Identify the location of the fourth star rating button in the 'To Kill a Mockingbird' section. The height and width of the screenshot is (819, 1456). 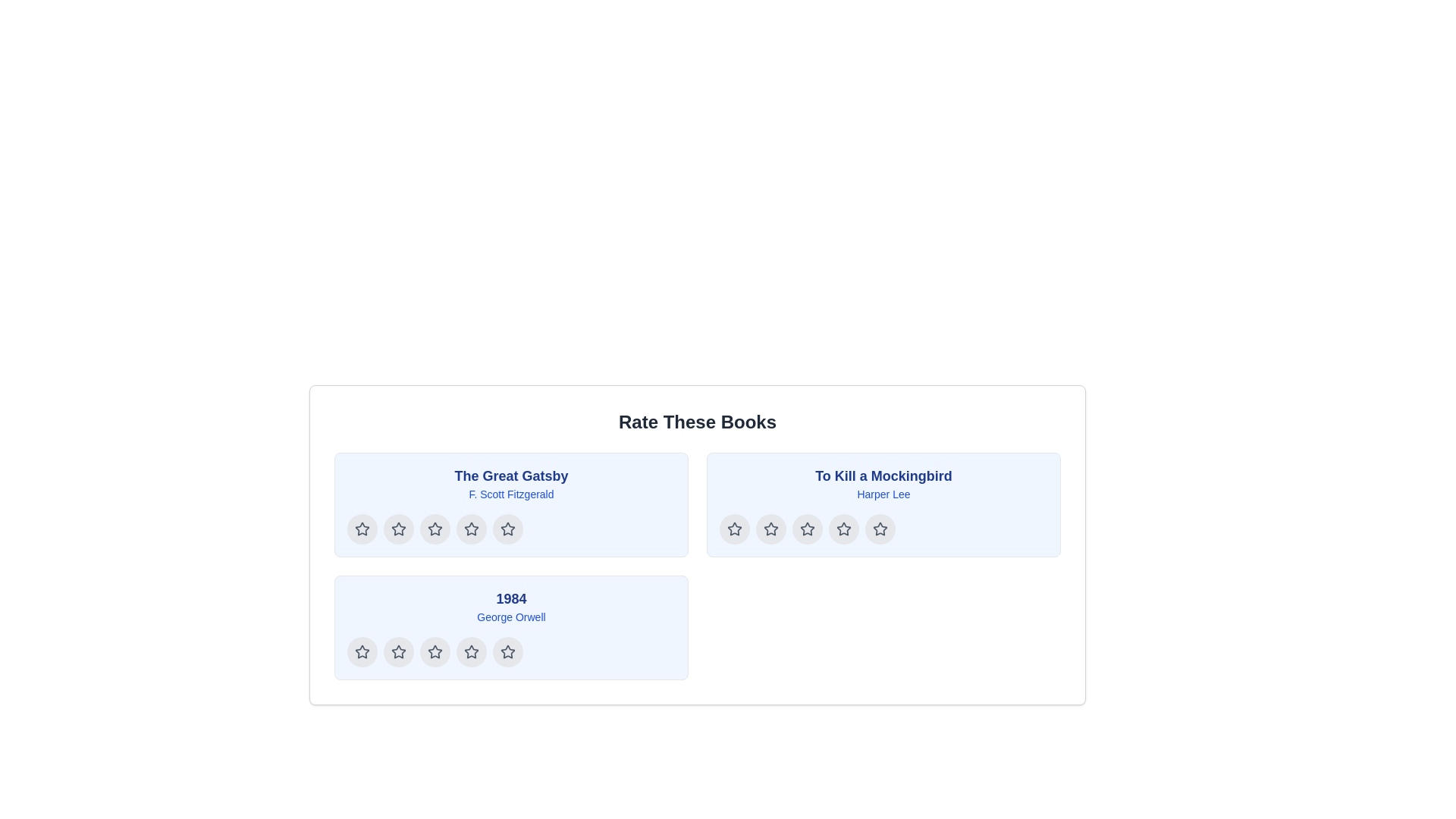
(843, 529).